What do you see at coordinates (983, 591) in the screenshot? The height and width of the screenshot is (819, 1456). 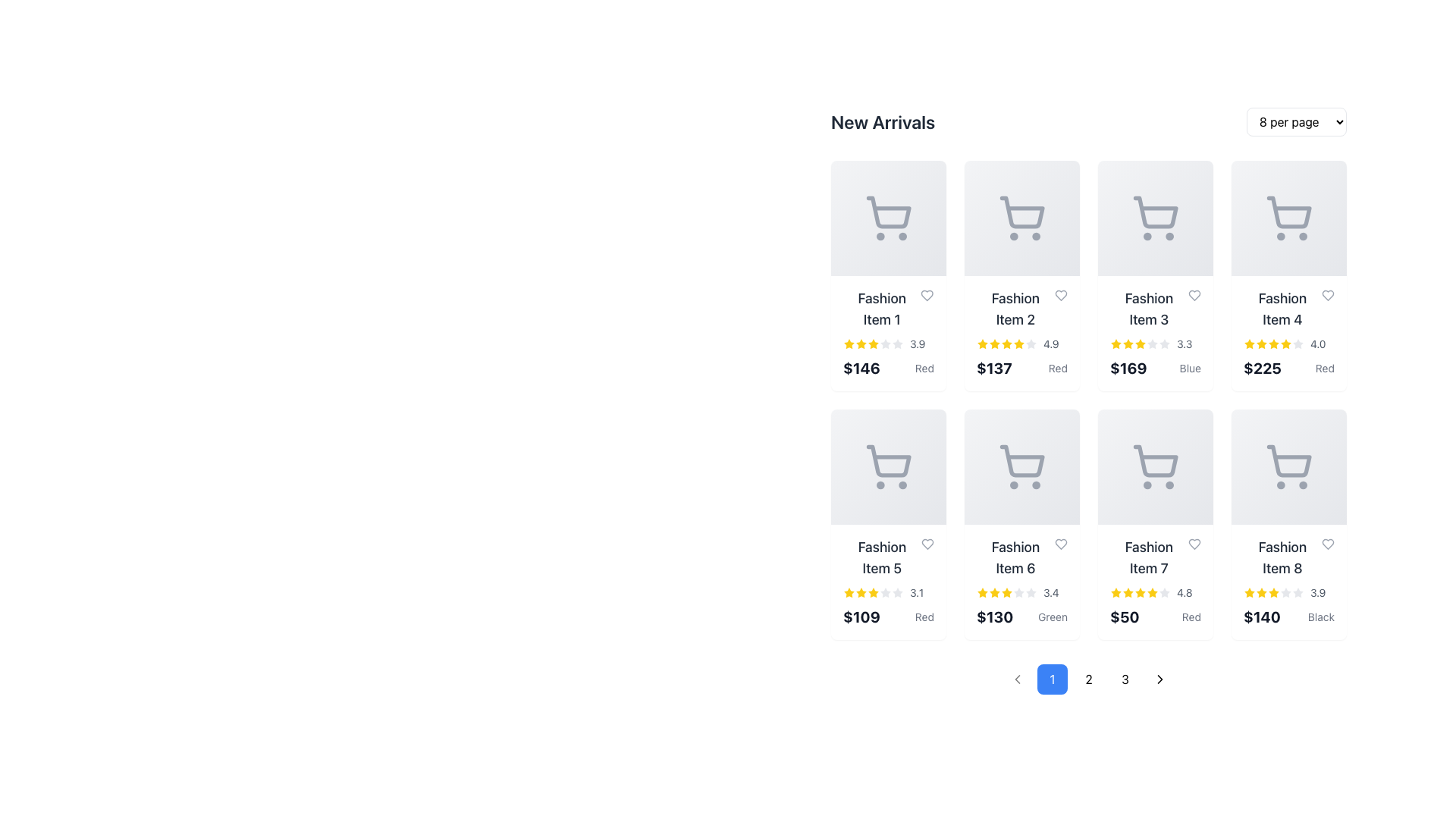 I see `the yellow star icon in the second row, third column of the card layout for Fashion Item 6` at bounding box center [983, 591].